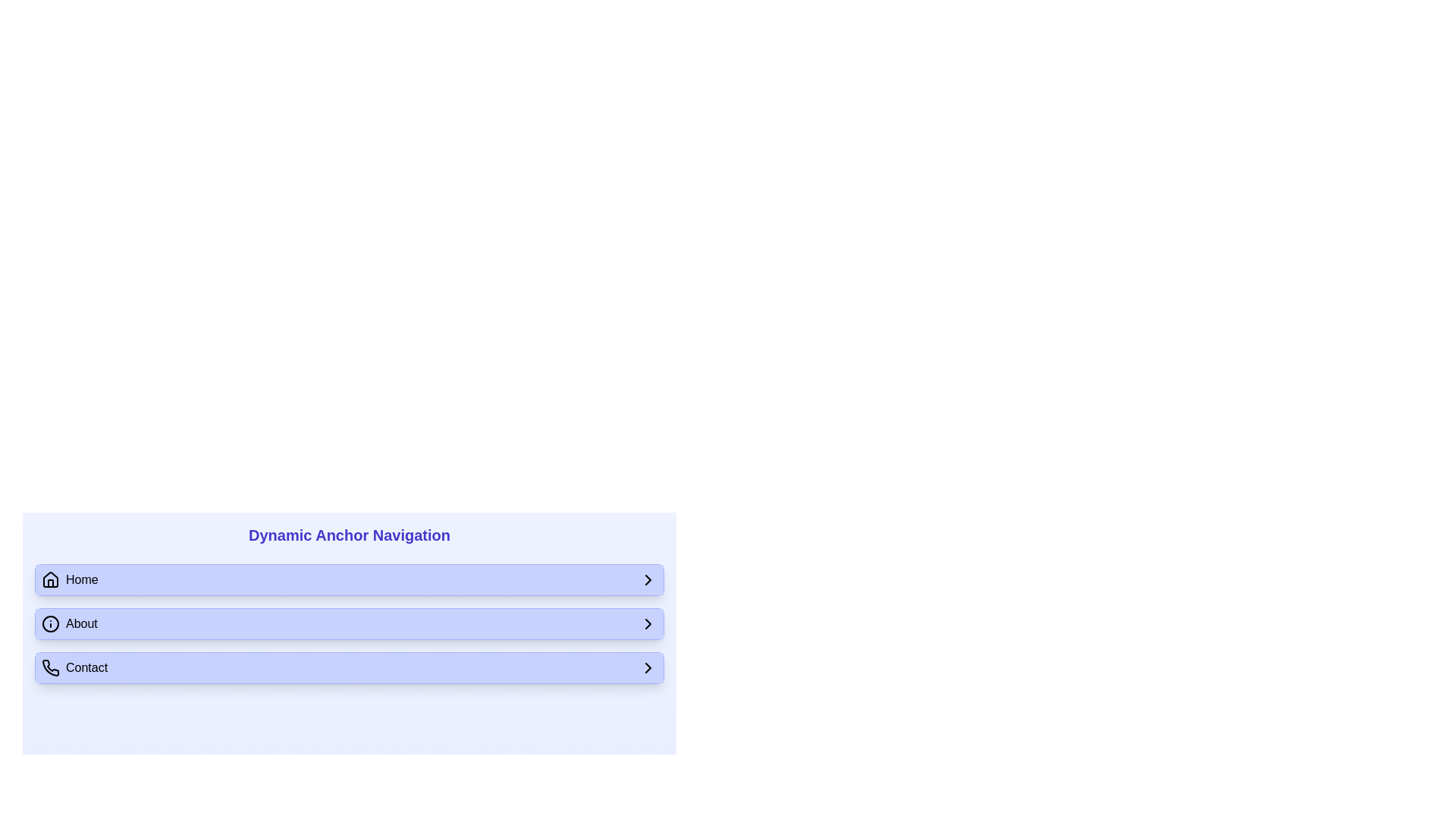 This screenshot has width=1456, height=819. What do you see at coordinates (51, 579) in the screenshot?
I see `the house-shaped icon with a line-art design, located to the immediate left of the 'Home' text label in the Dynamic Anchor Navigation interface` at bounding box center [51, 579].